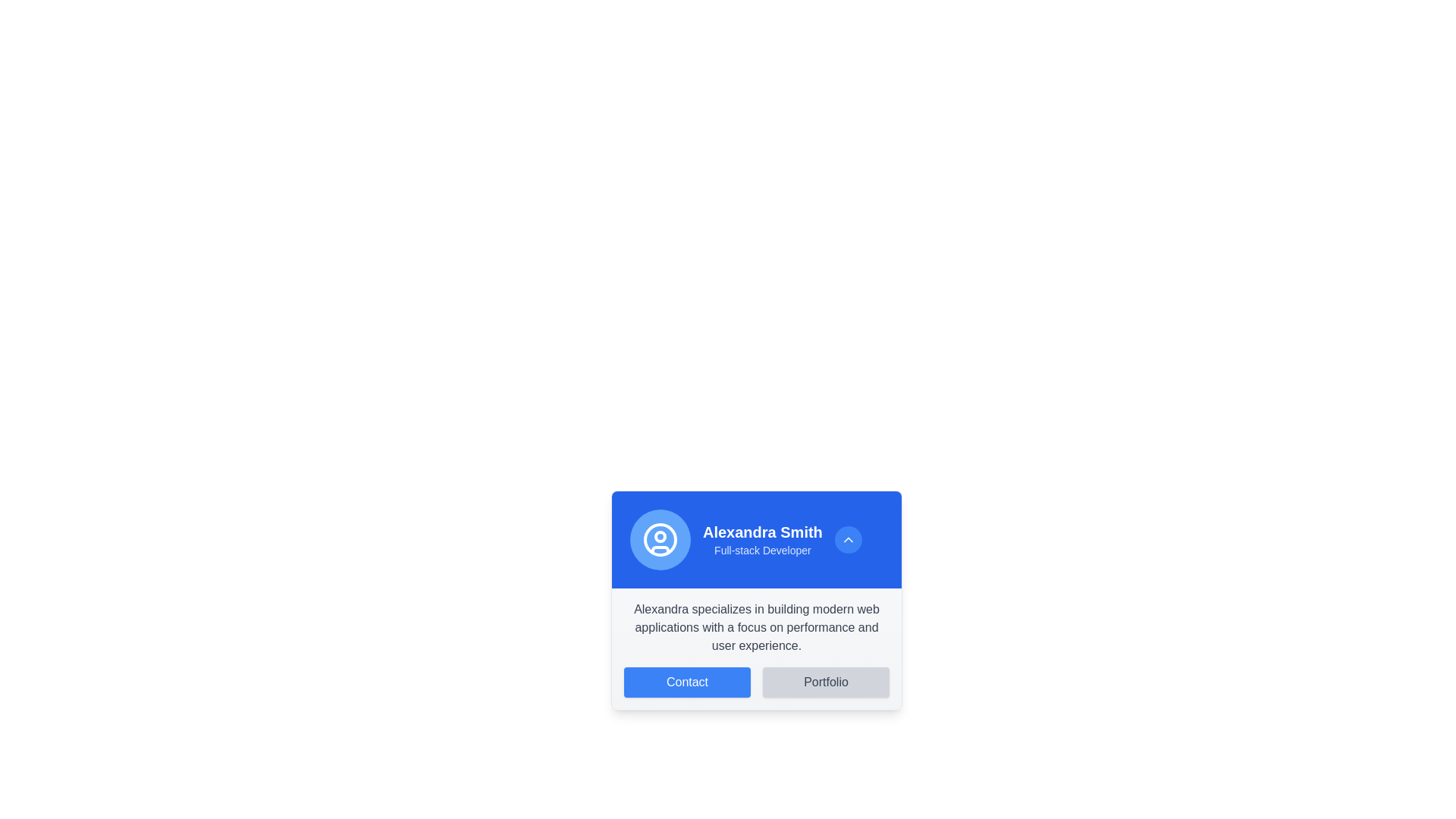 This screenshot has width=1456, height=819. Describe the element at coordinates (686, 681) in the screenshot. I see `the 'Contact' button, which is a rectangular button with a blue background and white text, located at the bottom-left corner of a card-like section` at that location.